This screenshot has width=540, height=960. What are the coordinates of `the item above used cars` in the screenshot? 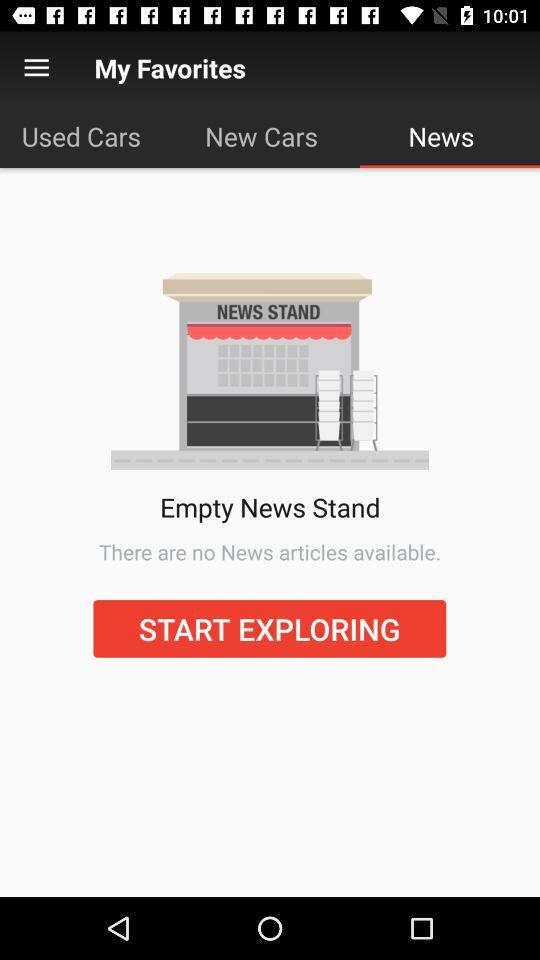 It's located at (36, 68).